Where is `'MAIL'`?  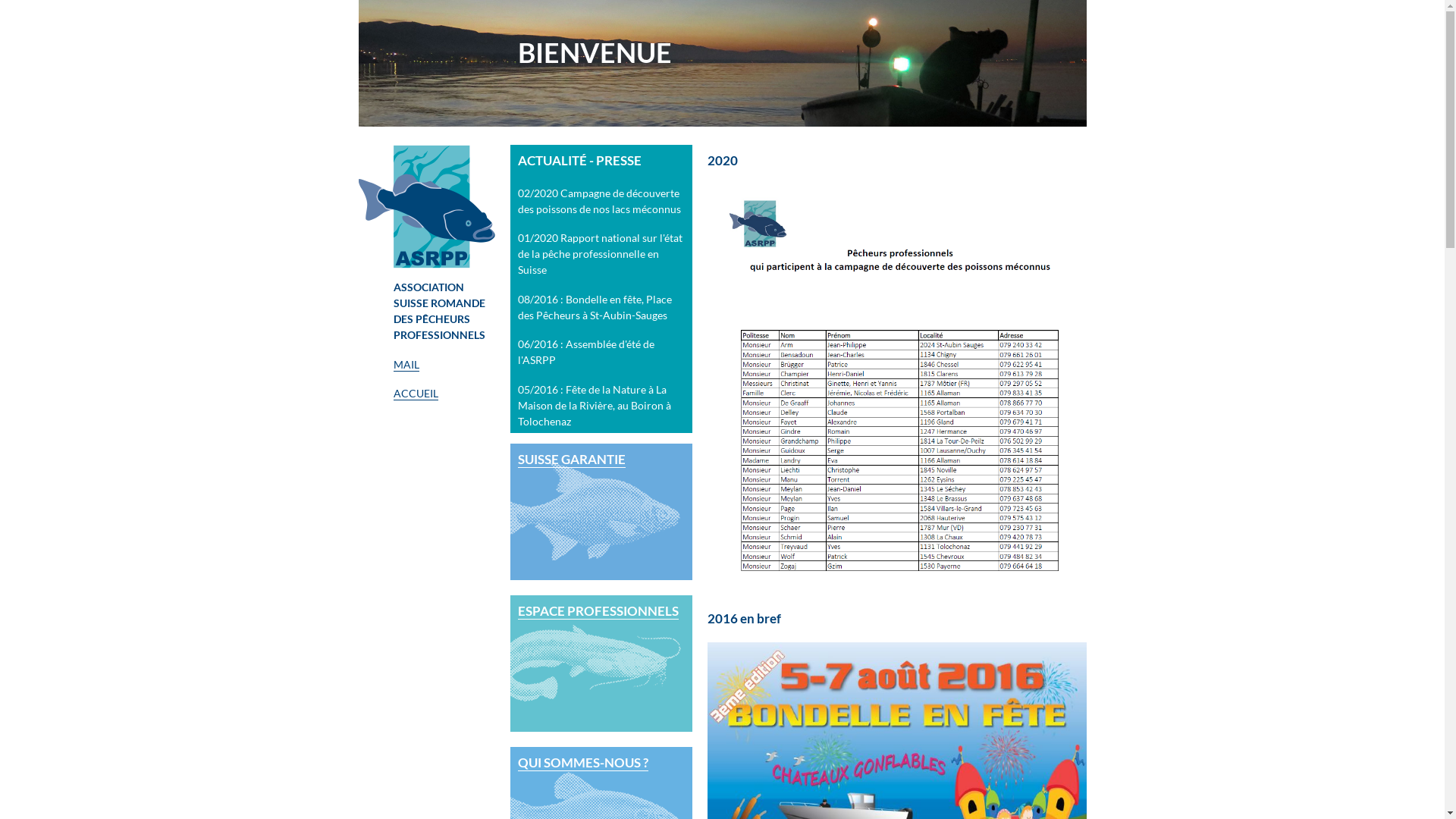 'MAIL' is located at coordinates (405, 365).